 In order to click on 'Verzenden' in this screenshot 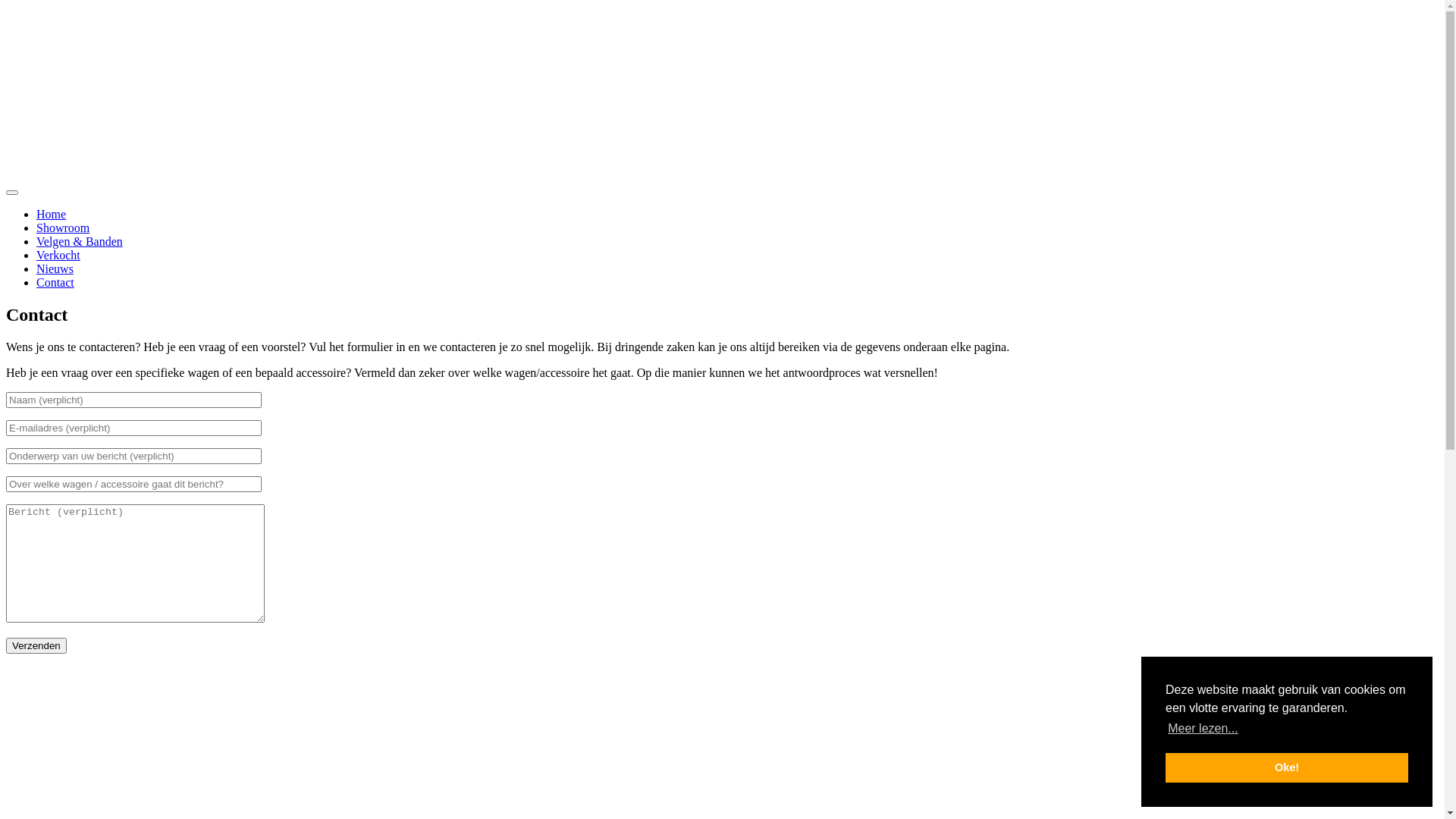, I will do `click(36, 645)`.